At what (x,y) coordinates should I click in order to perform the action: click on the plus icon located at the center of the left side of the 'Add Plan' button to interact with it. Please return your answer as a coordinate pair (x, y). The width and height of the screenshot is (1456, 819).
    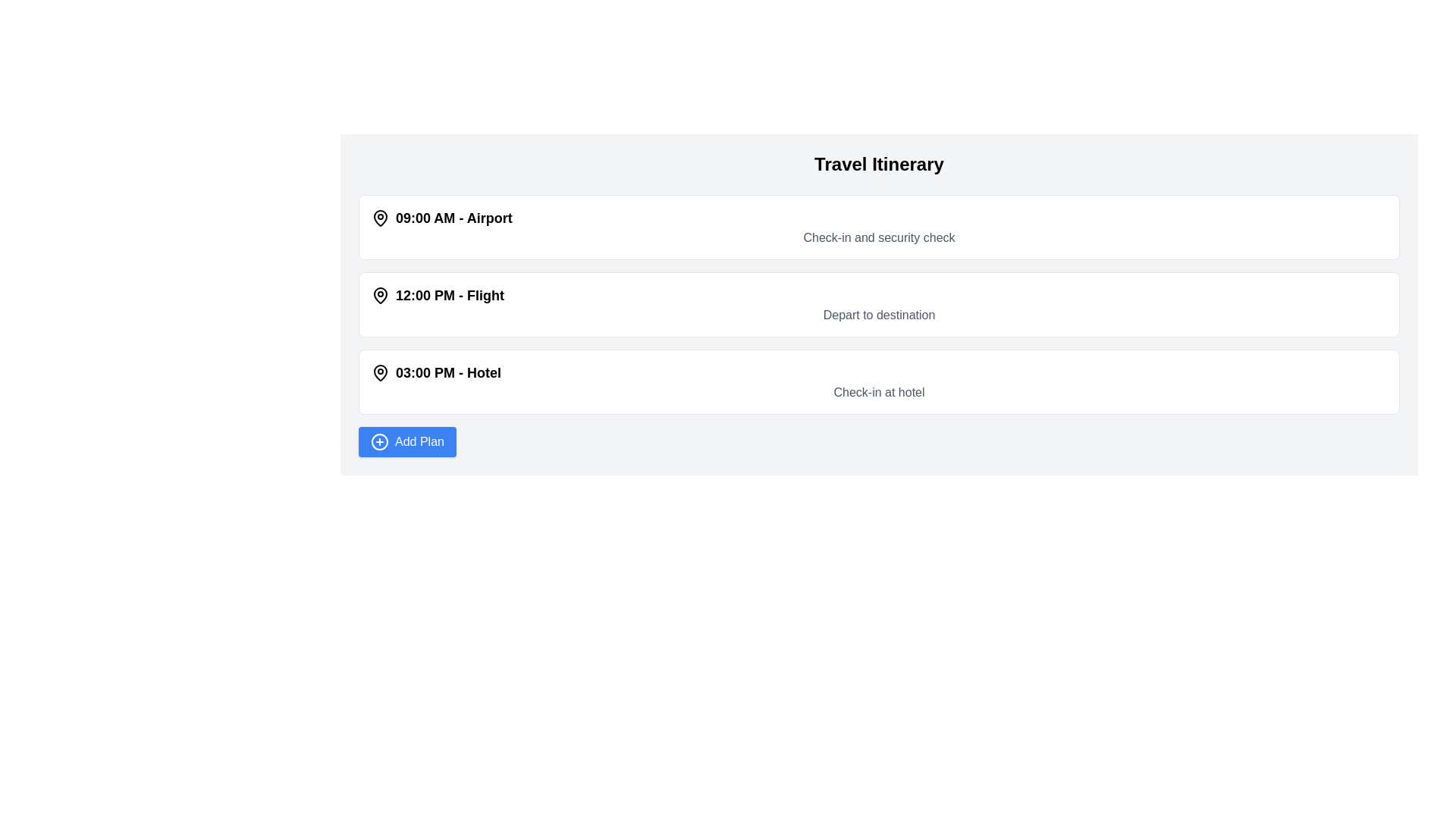
    Looking at the image, I should click on (379, 441).